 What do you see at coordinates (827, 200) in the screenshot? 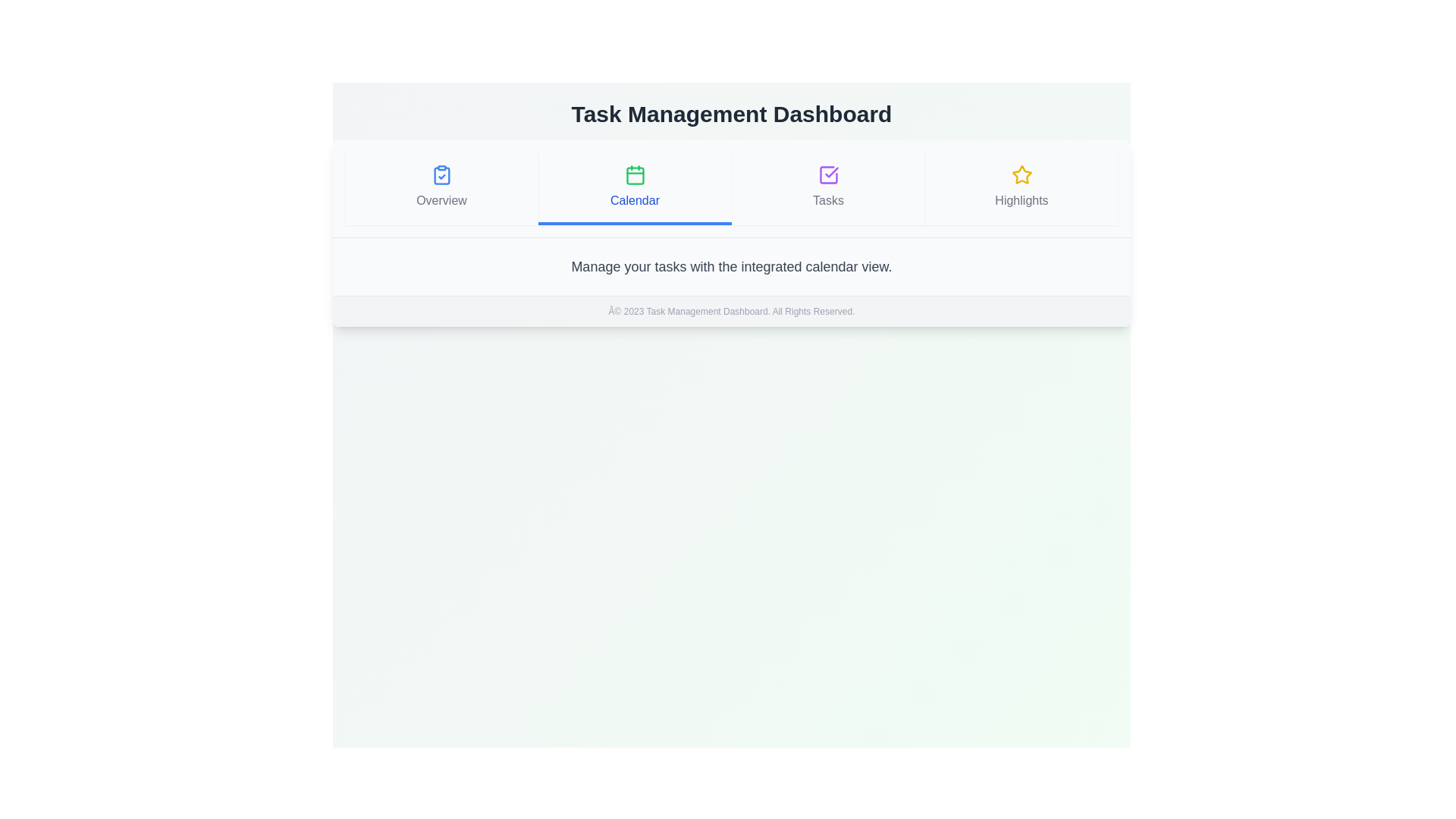
I see `text label 'Tasks' located in the third position of the horizontal menu, styled consistently with other elements and positioned below a purple check icon` at bounding box center [827, 200].